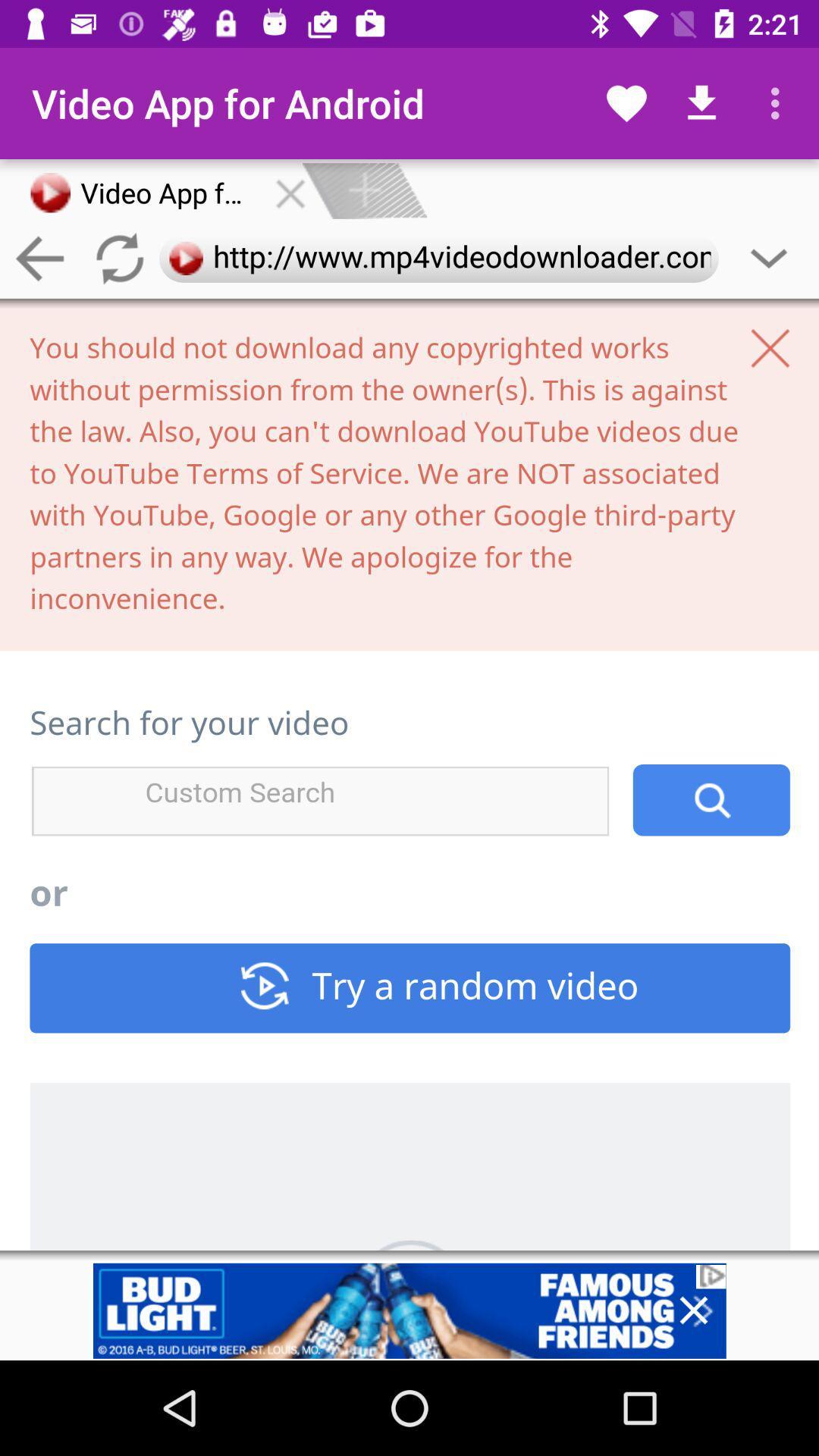  I want to click on the close icon, so click(693, 1310).